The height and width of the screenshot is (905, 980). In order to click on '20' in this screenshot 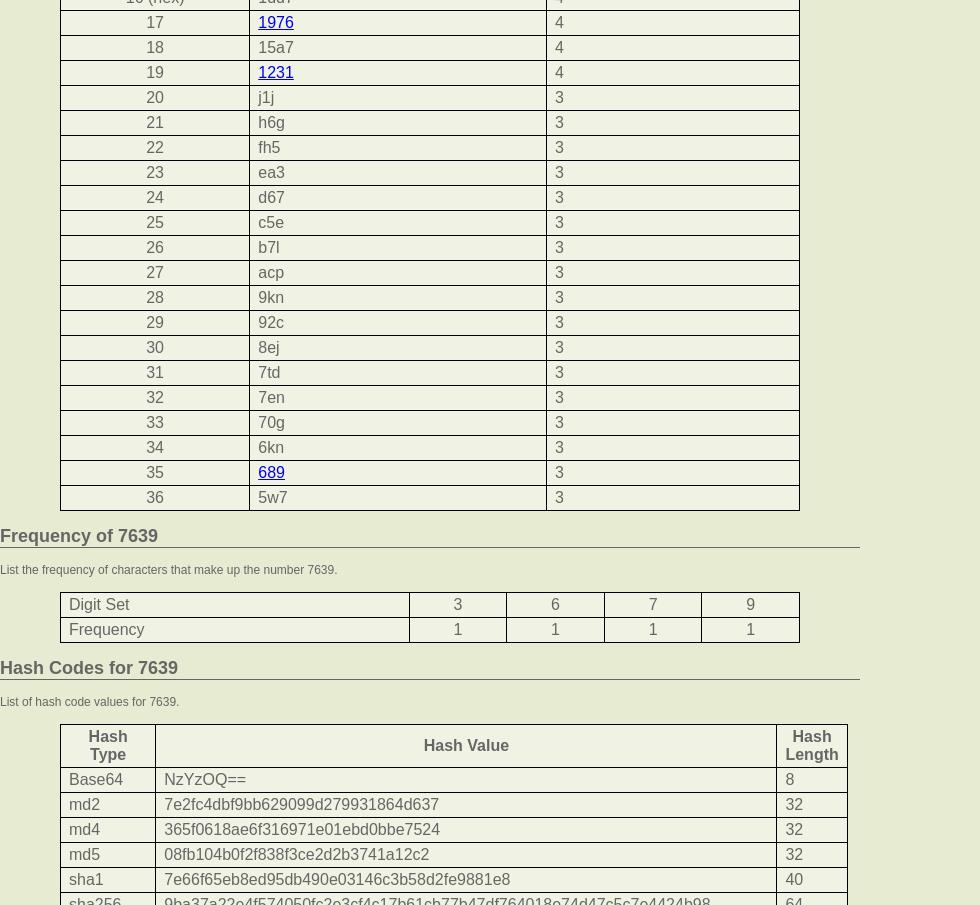, I will do `click(155, 97)`.